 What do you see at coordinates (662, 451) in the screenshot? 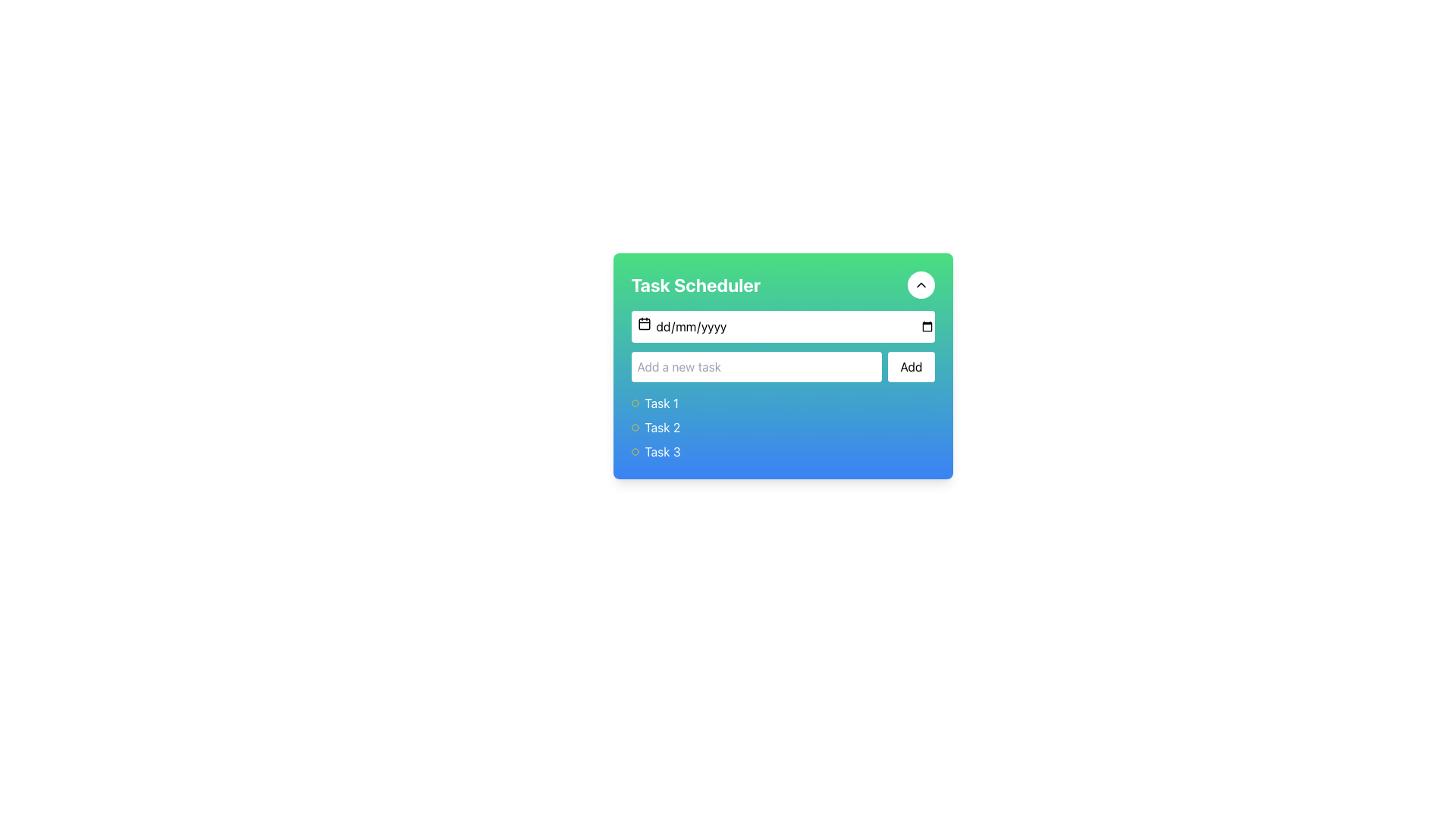
I see `the 'Task 3' text label in the task scheduler interface, which displays the task name and is positioned at the bottom of the task list` at bounding box center [662, 451].